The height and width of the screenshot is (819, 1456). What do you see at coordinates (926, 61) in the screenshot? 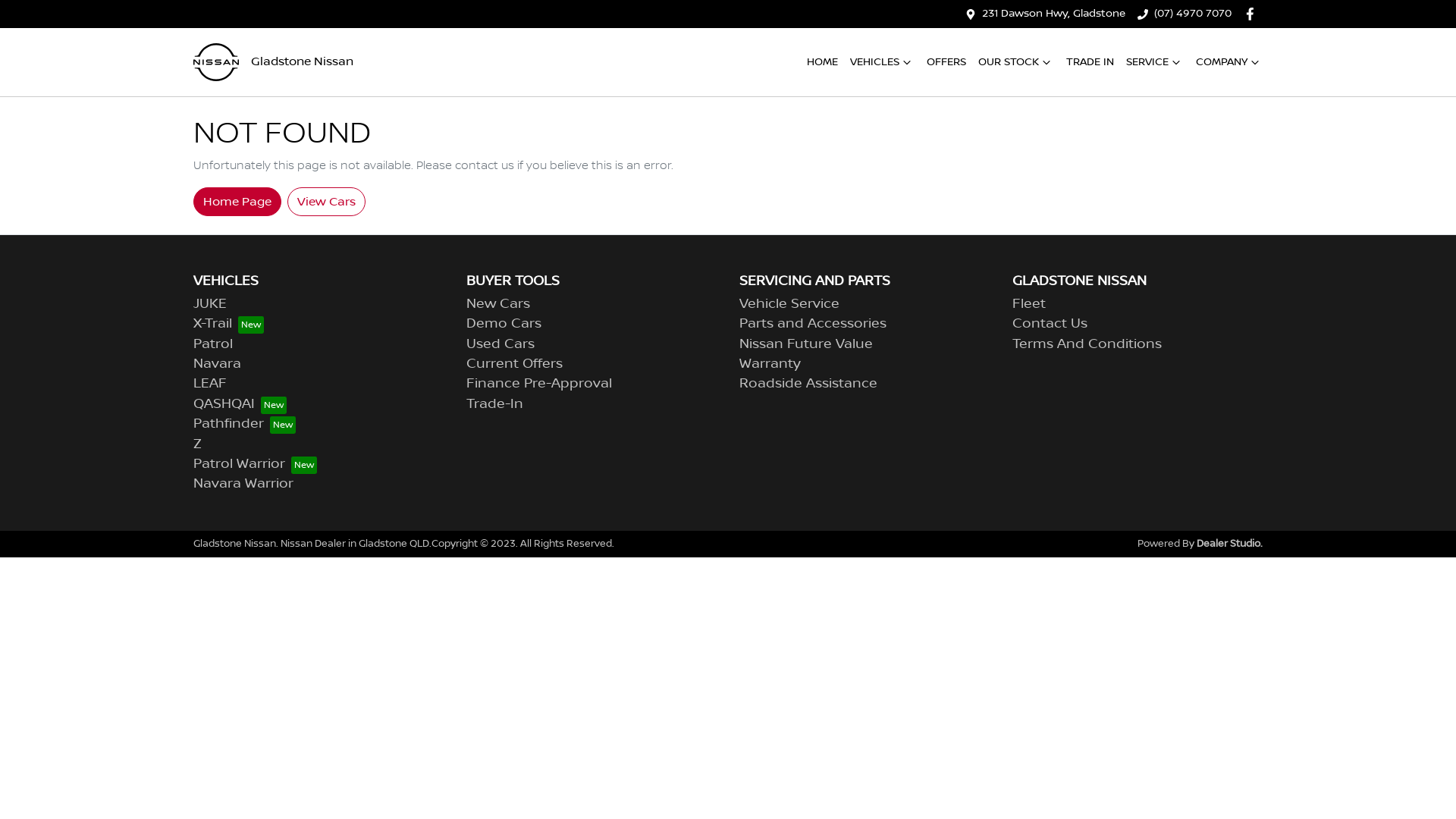
I see `'OFFERS'` at bounding box center [926, 61].